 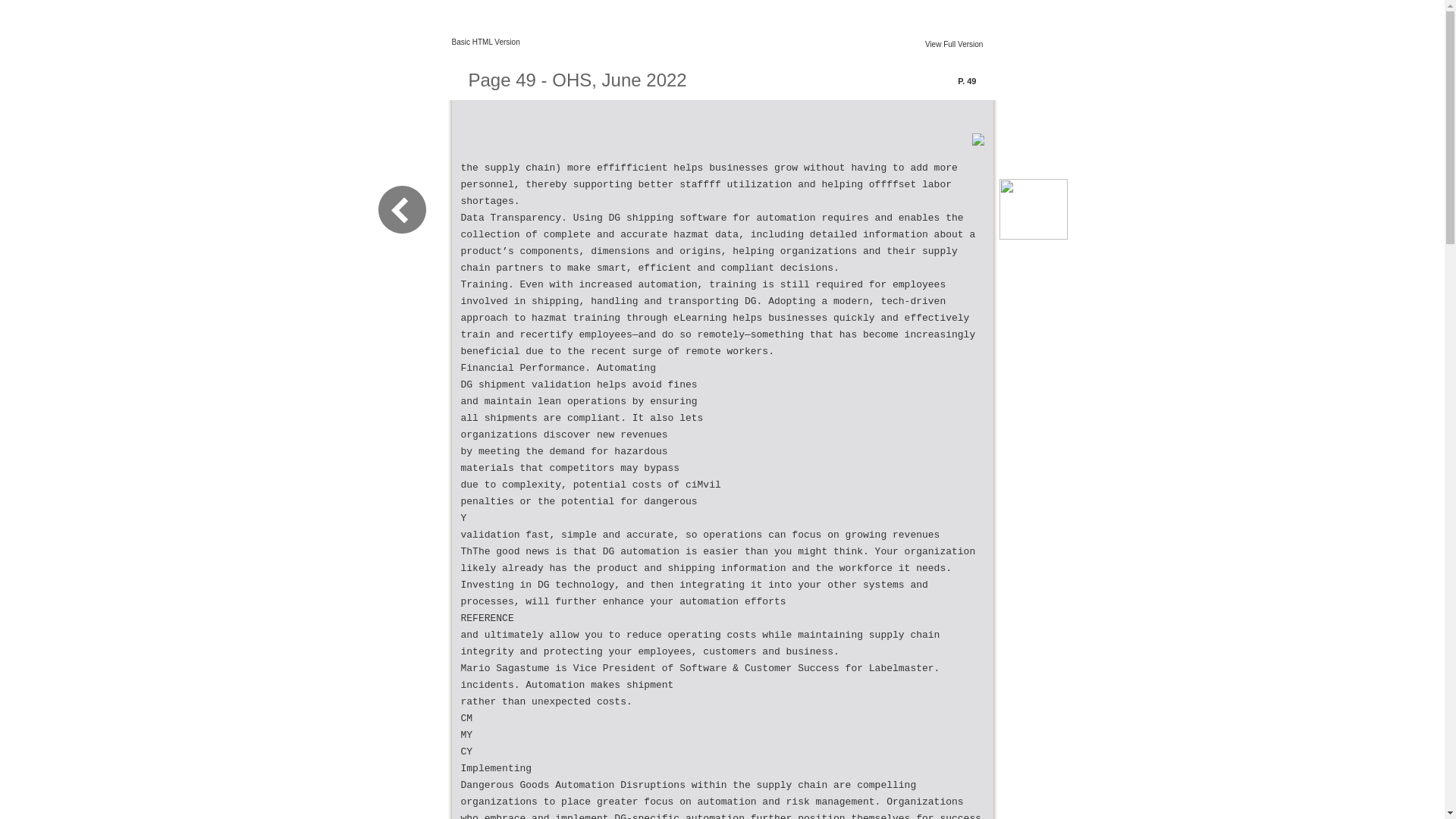 I want to click on 'View Full Version', so click(x=953, y=42).